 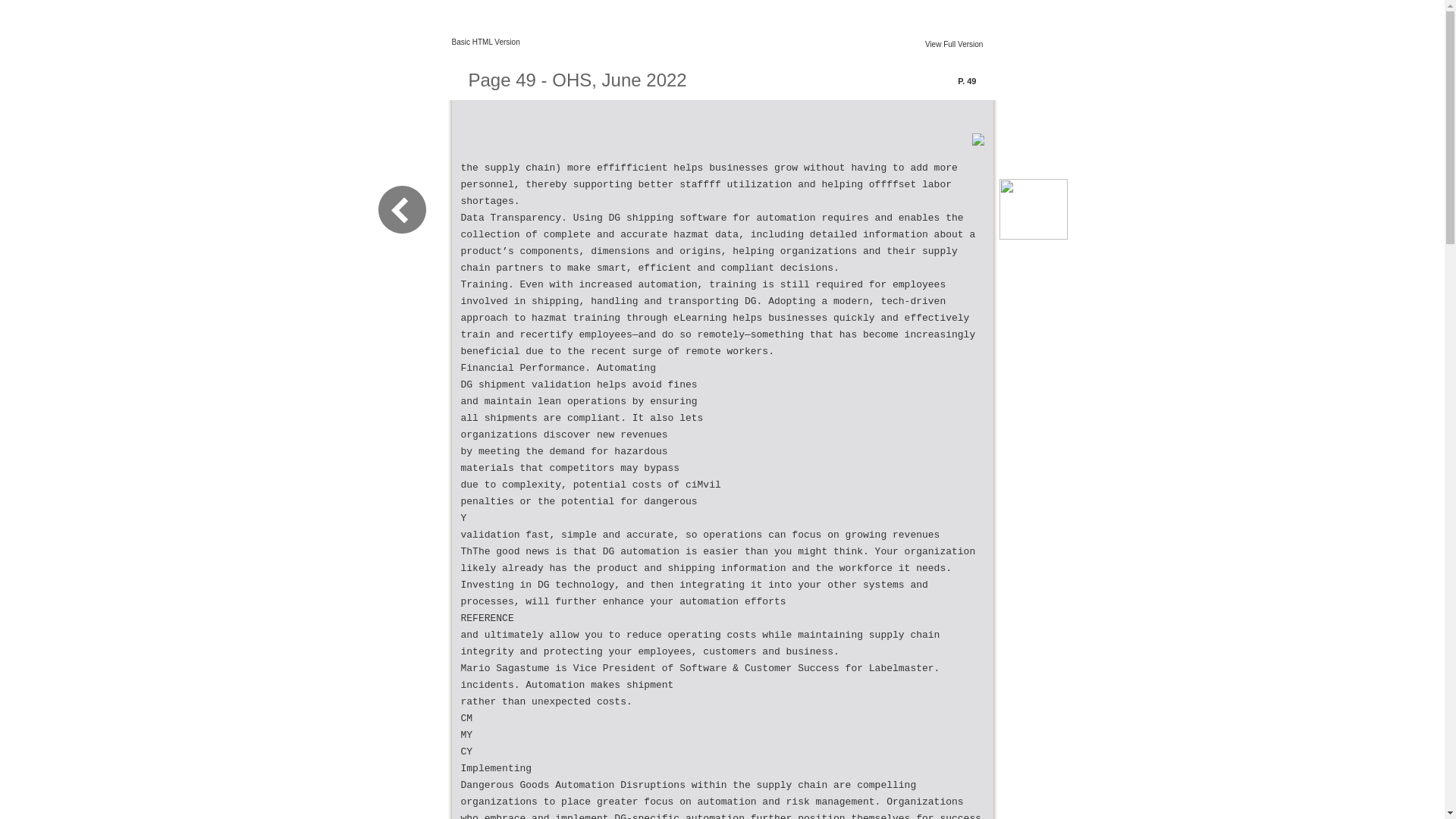 I want to click on 'View Full Version', so click(x=953, y=42).